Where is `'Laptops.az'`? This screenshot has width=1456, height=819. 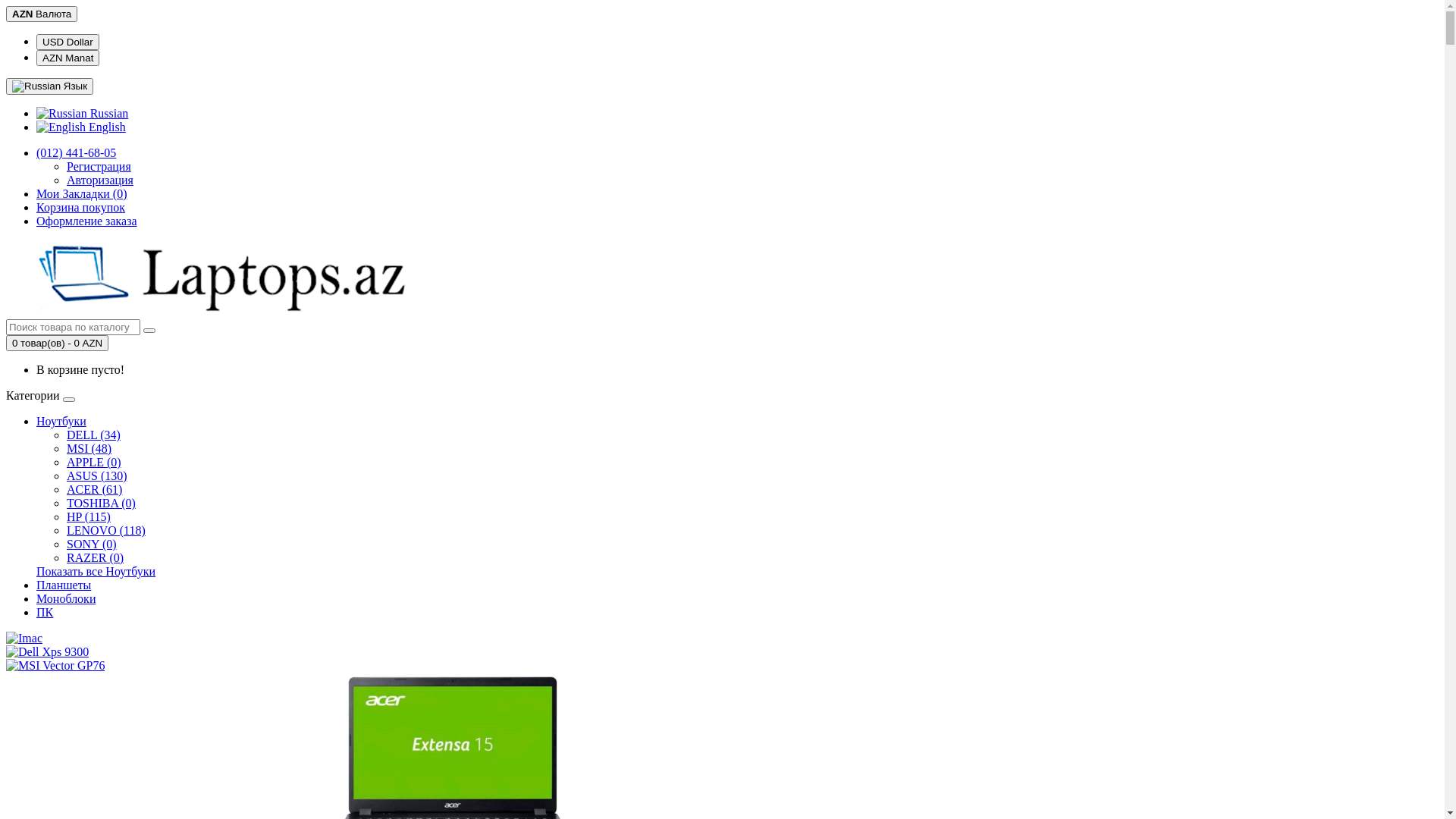 'Laptops.az' is located at coordinates (6, 278).